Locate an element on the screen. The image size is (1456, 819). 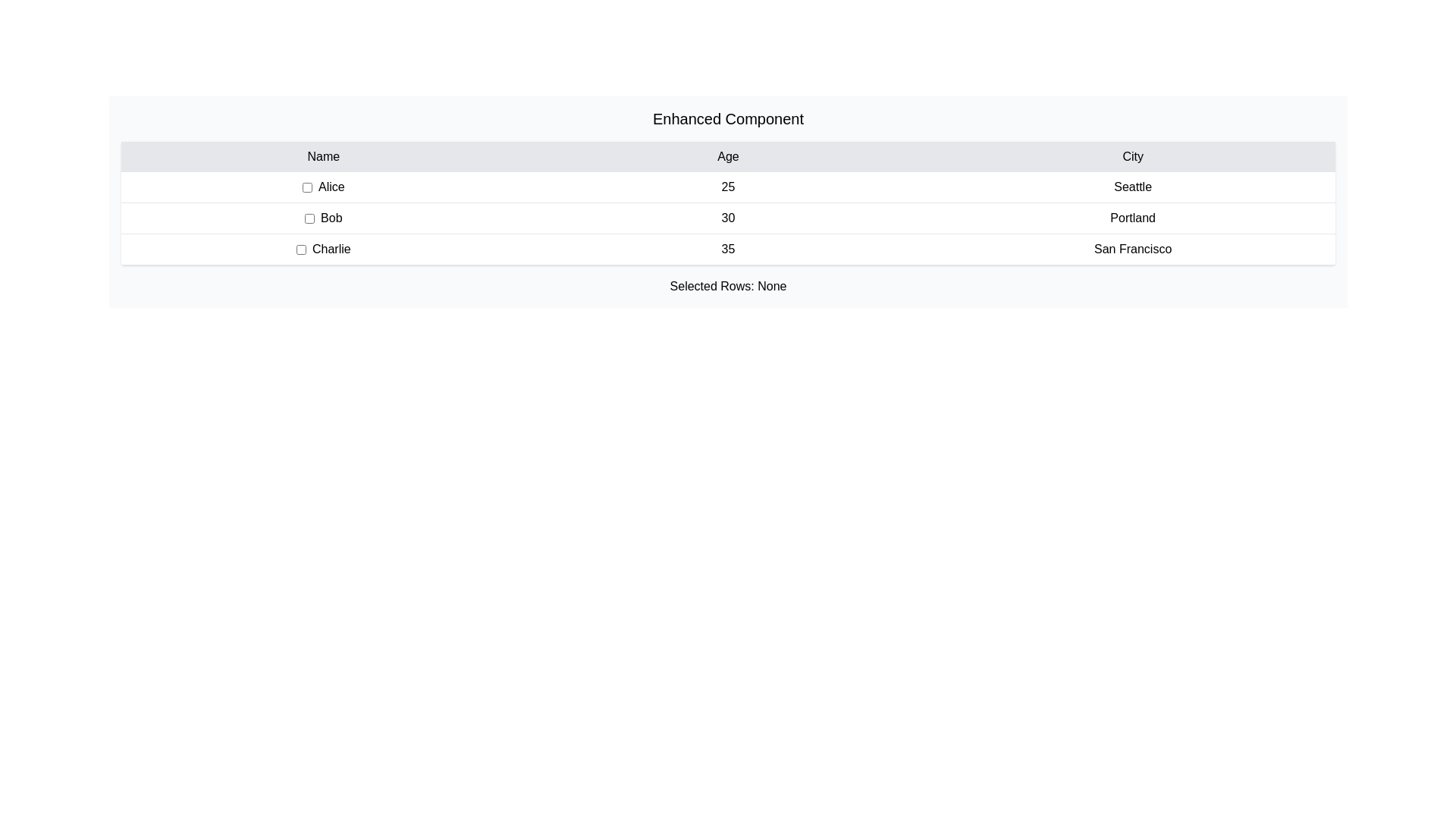
the checkbox located in the third row of the table, preceding the name 'Charlie' is located at coordinates (301, 248).